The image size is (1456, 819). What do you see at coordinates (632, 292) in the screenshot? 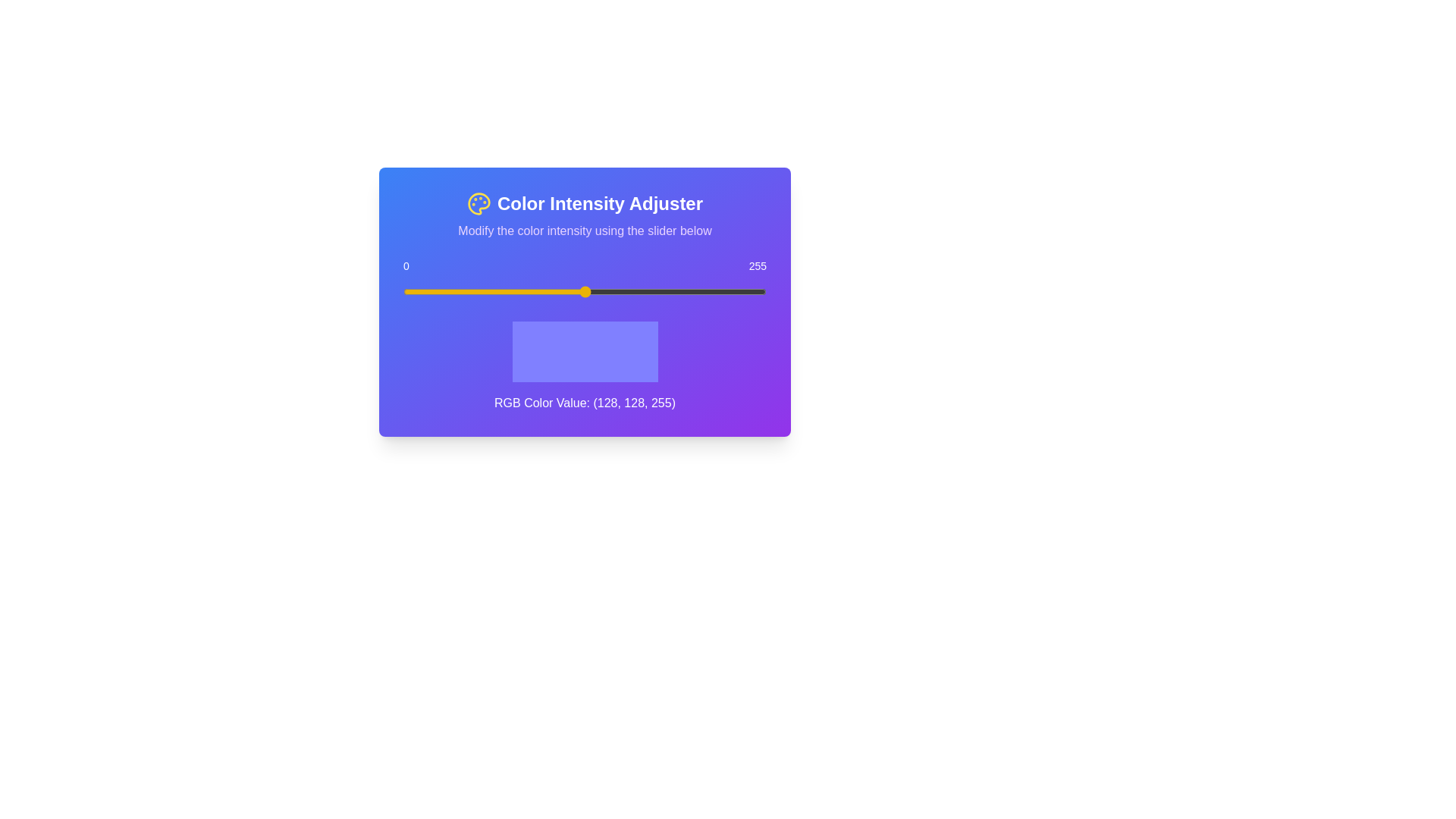
I see `the slider to set the value to 161` at bounding box center [632, 292].